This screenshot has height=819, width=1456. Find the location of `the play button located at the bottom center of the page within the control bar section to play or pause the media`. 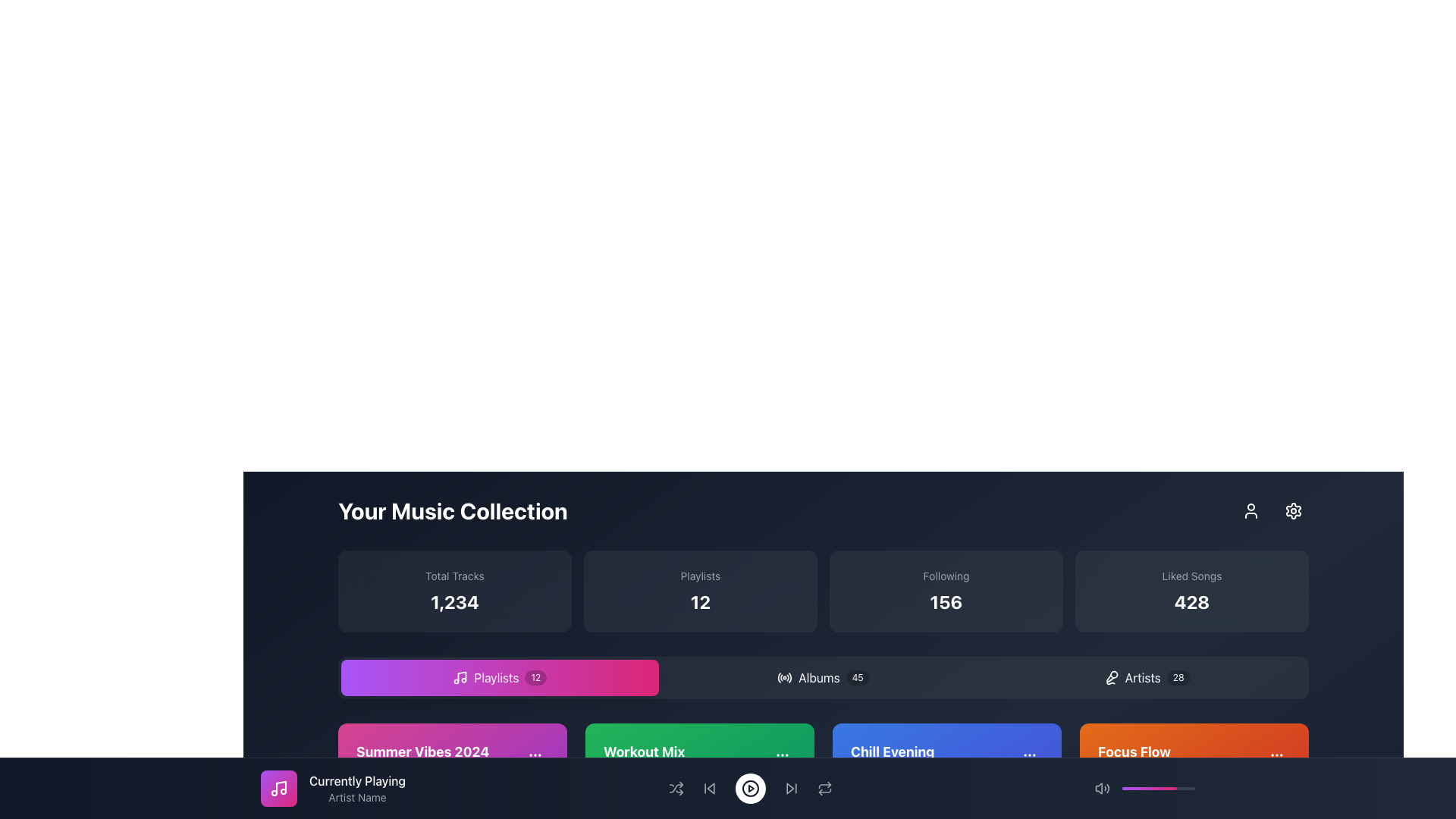

the play button located at the bottom center of the page within the control bar section to play or pause the media is located at coordinates (750, 788).